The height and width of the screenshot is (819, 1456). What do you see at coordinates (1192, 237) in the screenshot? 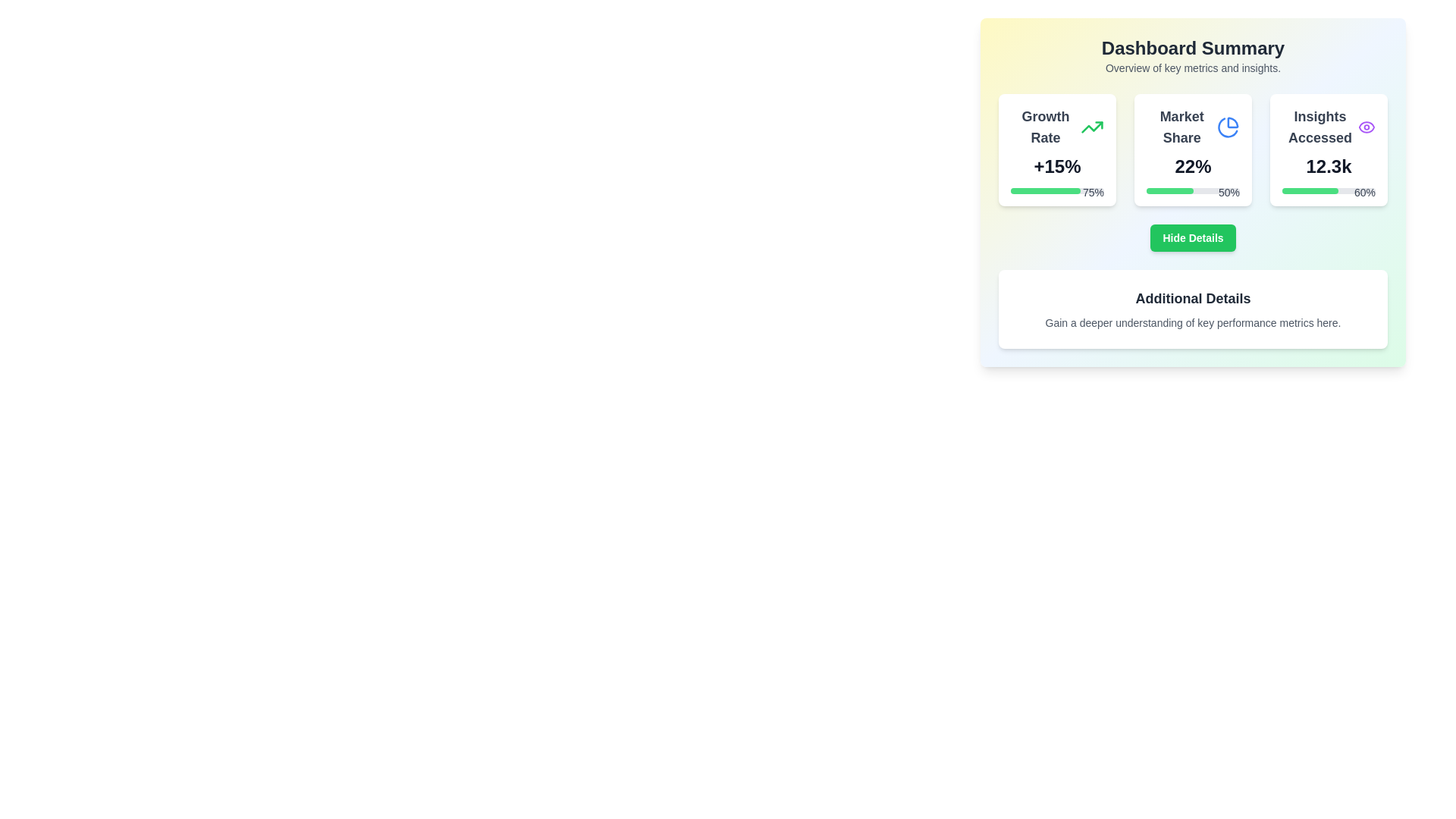
I see `the button located at the center bottom of the main widget displaying dashboards to hide additional details currently displayed in the overview` at bounding box center [1192, 237].